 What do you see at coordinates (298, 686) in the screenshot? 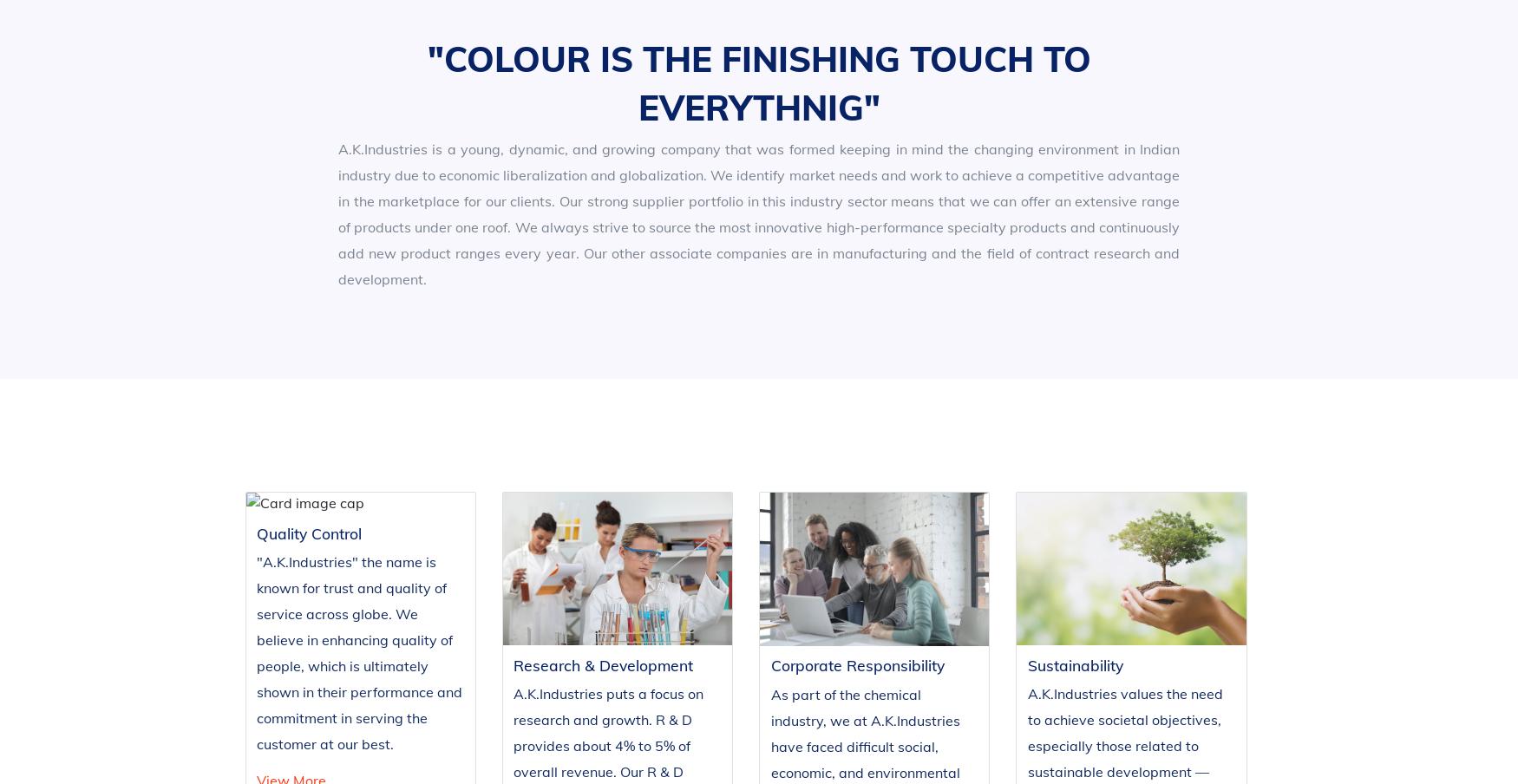
I see `'Quality Control'` at bounding box center [298, 686].